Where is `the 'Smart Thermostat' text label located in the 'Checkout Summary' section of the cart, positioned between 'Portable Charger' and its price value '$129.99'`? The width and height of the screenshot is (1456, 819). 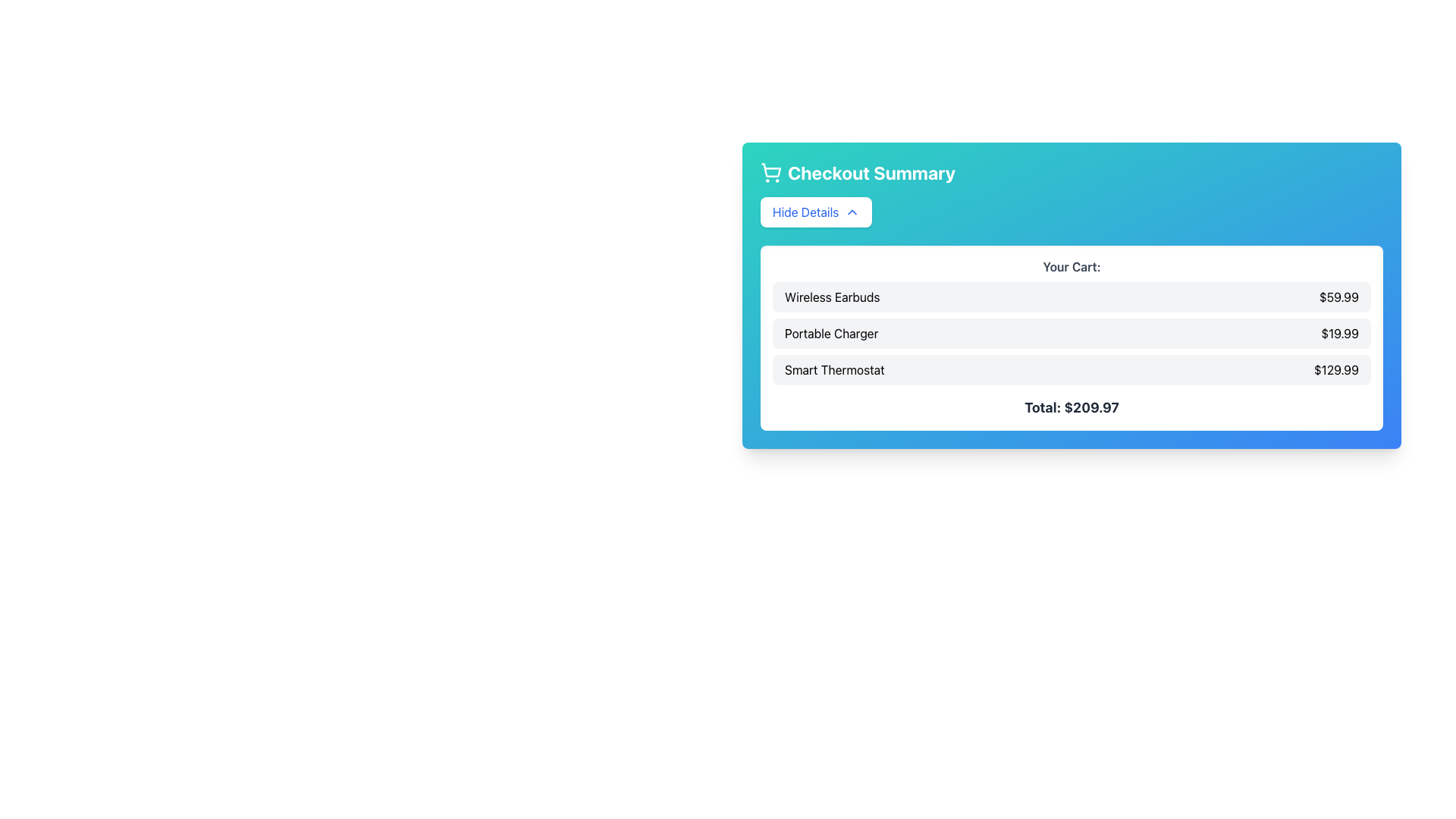 the 'Smart Thermostat' text label located in the 'Checkout Summary' section of the cart, positioned between 'Portable Charger' and its price value '$129.99' is located at coordinates (833, 370).